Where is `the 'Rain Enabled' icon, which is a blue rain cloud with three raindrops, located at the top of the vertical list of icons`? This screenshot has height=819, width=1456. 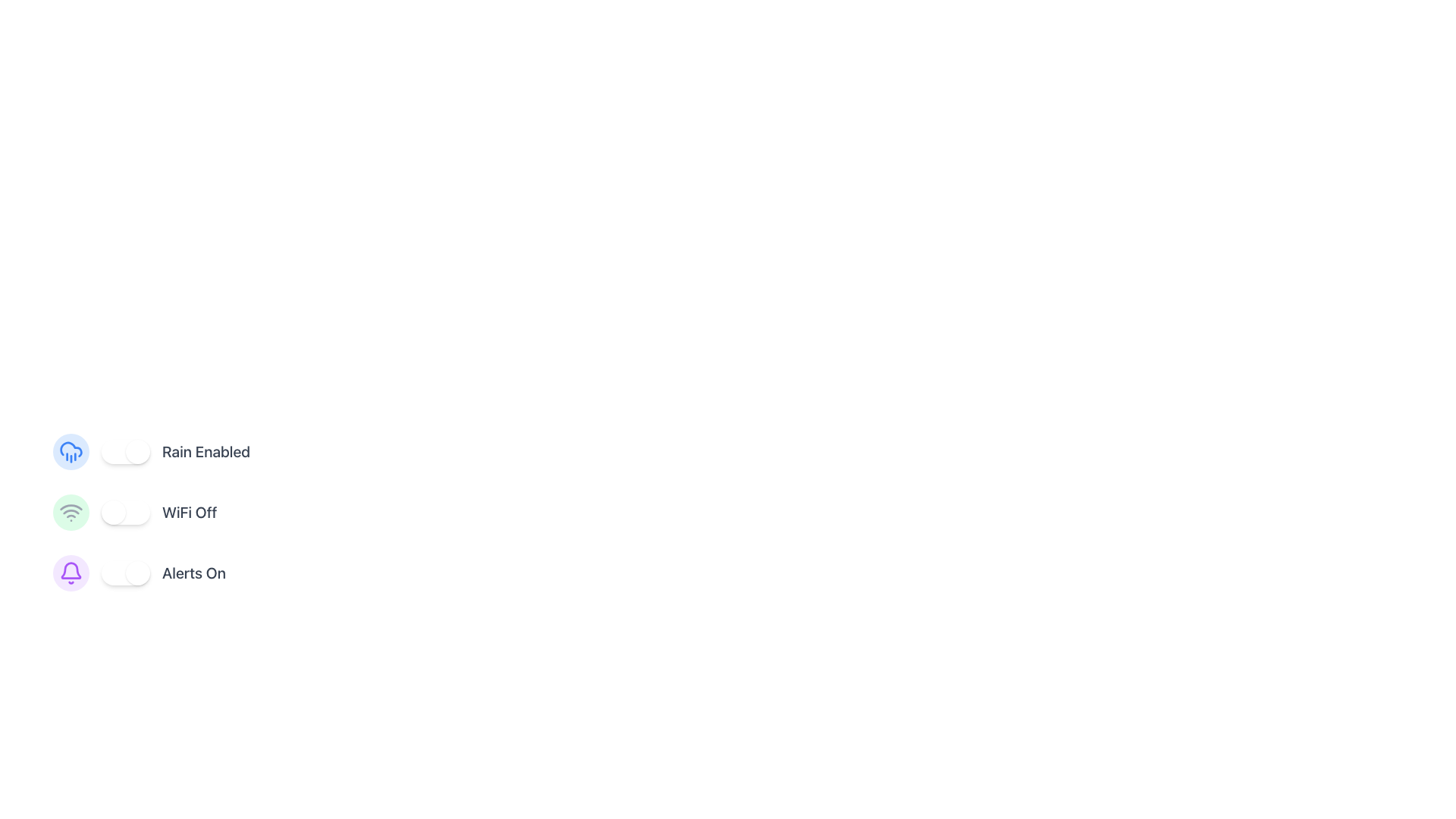 the 'Rain Enabled' icon, which is a blue rain cloud with three raindrops, located at the top of the vertical list of icons is located at coordinates (71, 451).